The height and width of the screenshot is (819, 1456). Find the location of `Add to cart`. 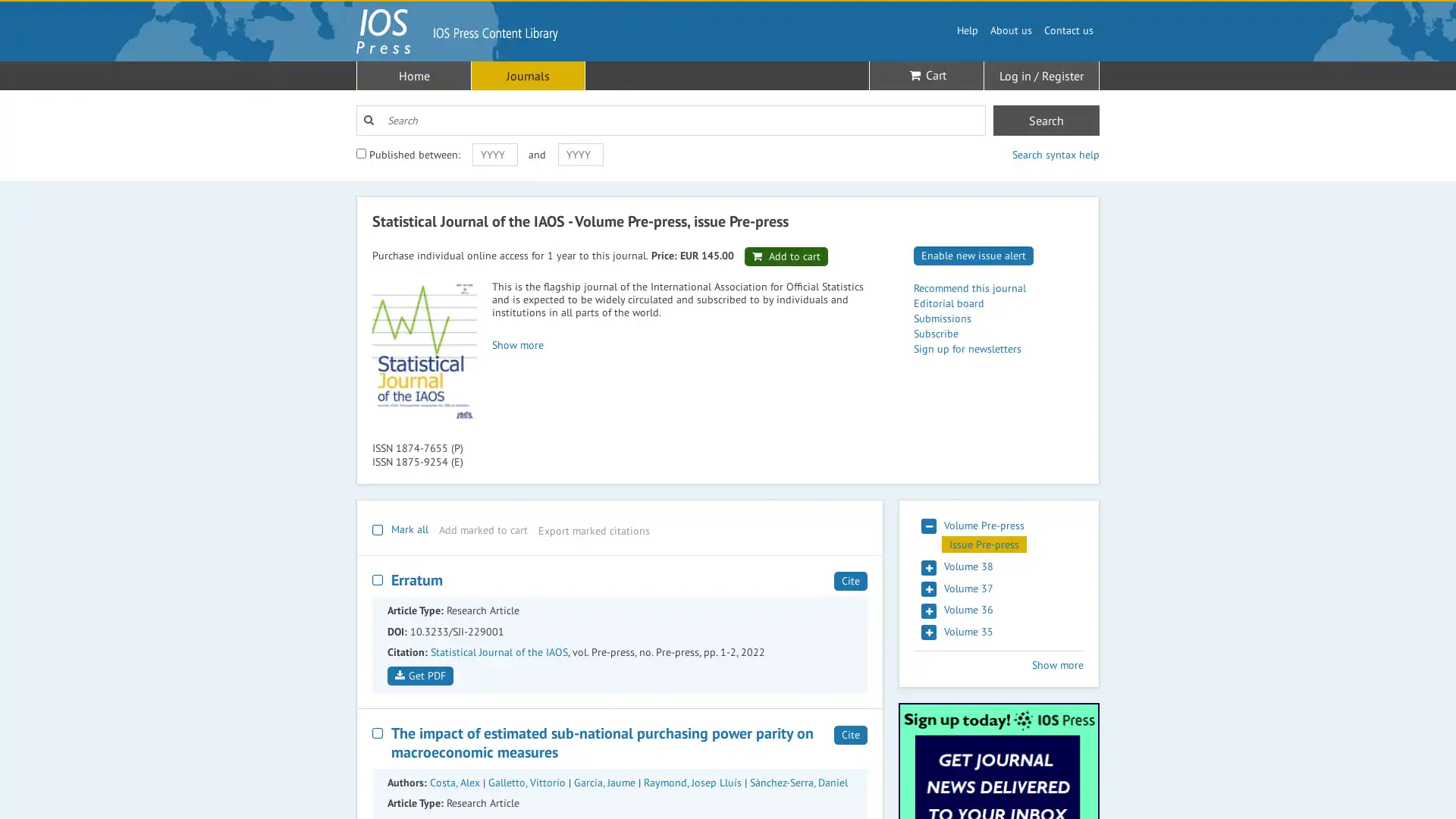

Add to cart is located at coordinates (786, 255).